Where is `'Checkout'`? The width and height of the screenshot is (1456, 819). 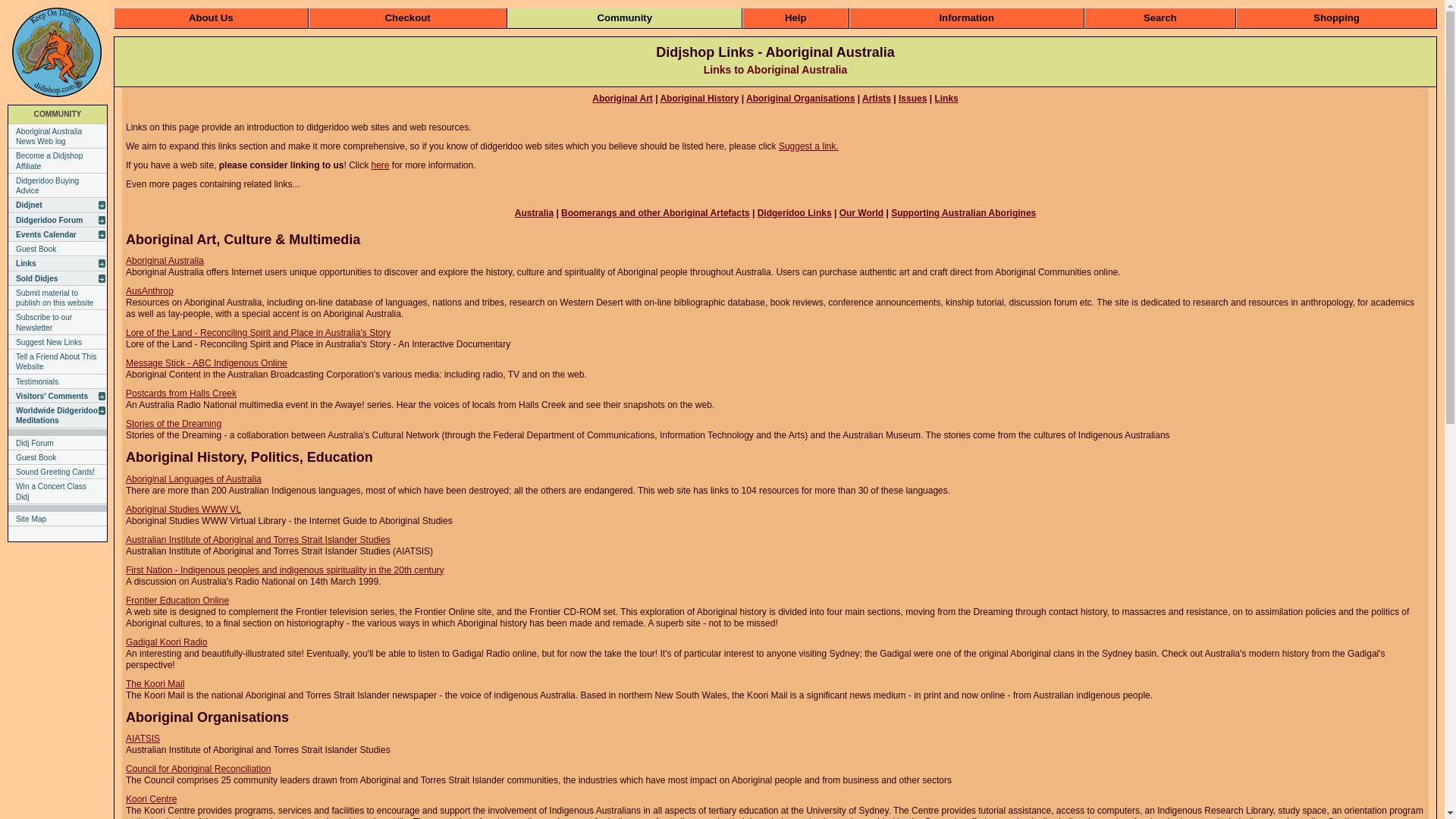 'Checkout' is located at coordinates (407, 17).